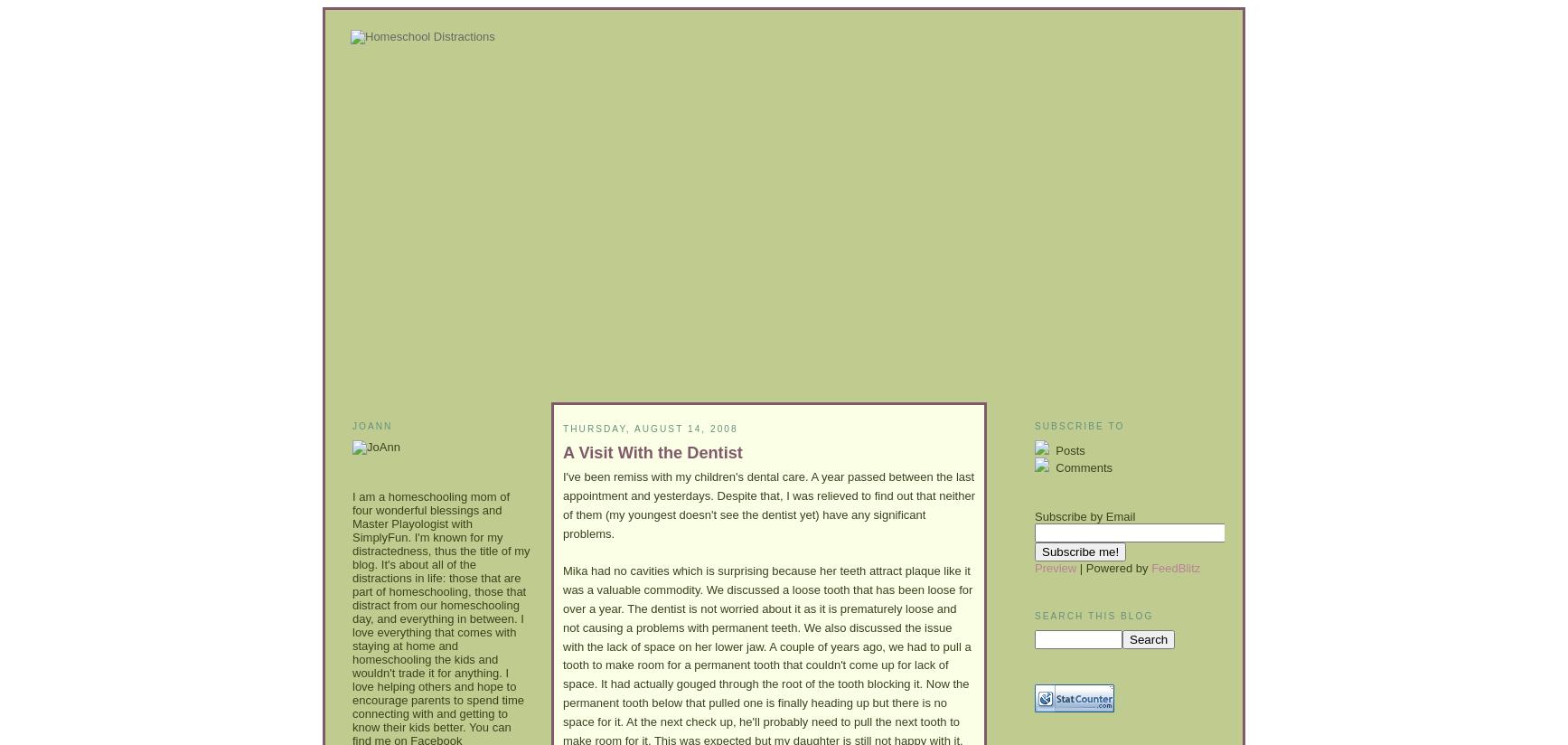  I want to click on 'Subscribe To', so click(1078, 426).